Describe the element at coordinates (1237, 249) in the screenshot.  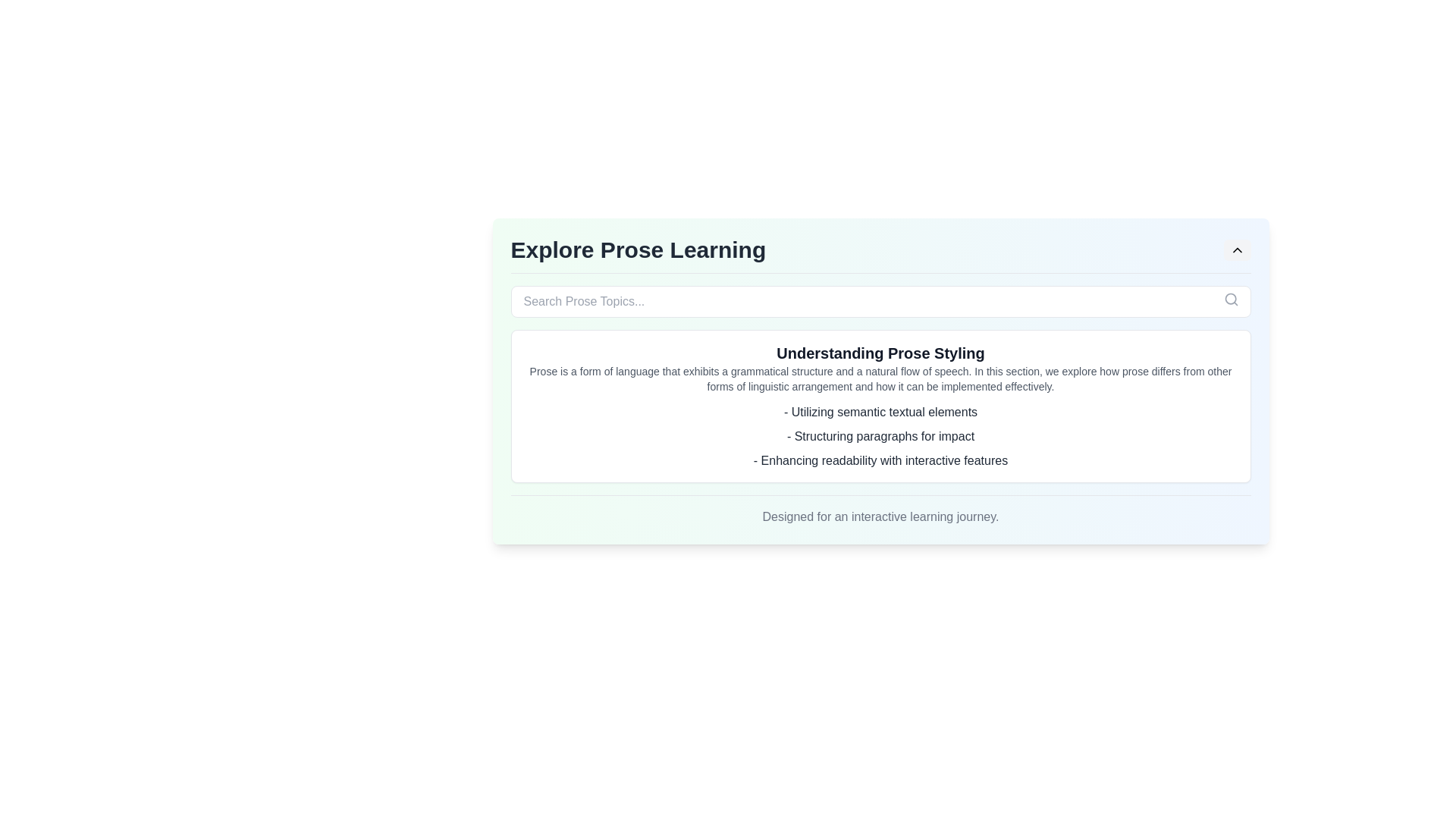
I see `the button located in the top-right corner of the 'Explore Prose Learning' panel` at that location.